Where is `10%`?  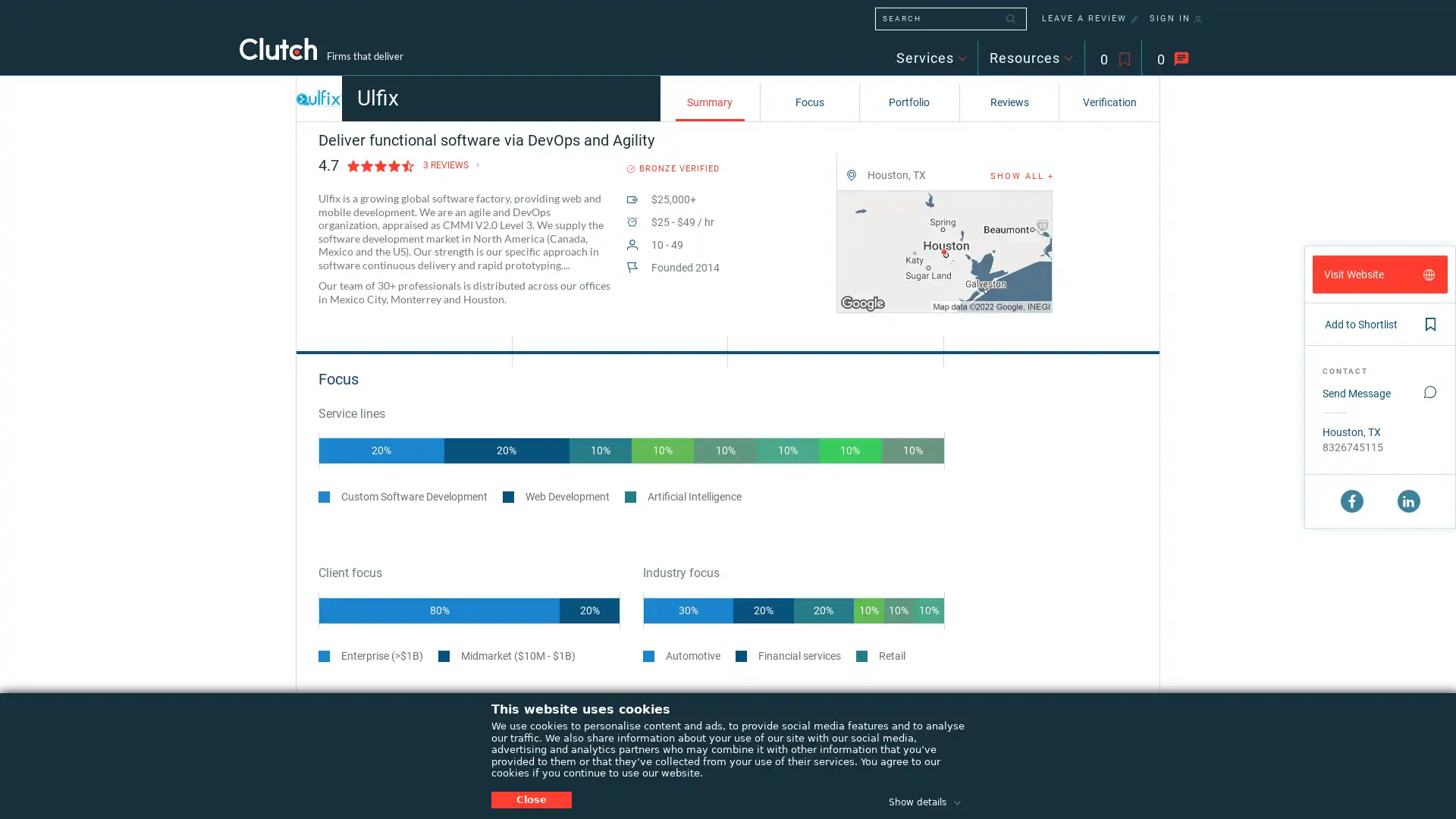 10% is located at coordinates (662, 450).